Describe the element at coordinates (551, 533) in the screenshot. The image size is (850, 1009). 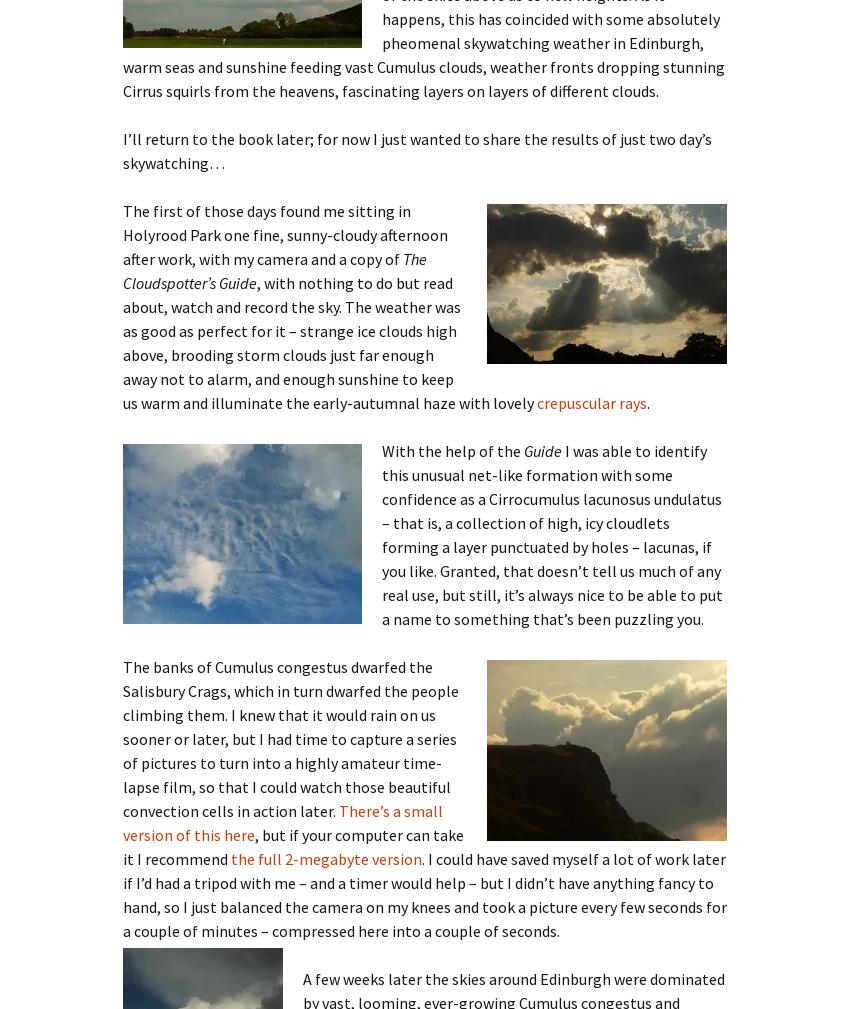
I see `'I was able to identify this unusual net-like formation with some confidence as a Cirrocumulus lacunosus undulatus – that is, a collection of high, icy cloudlets forming a layer punctuated by holes – lacunas, if you like. Granted, that doesn’t tell us much of any real use, but still, it’s always nice to be able to put a name to something that’s been puzzling you.'` at that location.